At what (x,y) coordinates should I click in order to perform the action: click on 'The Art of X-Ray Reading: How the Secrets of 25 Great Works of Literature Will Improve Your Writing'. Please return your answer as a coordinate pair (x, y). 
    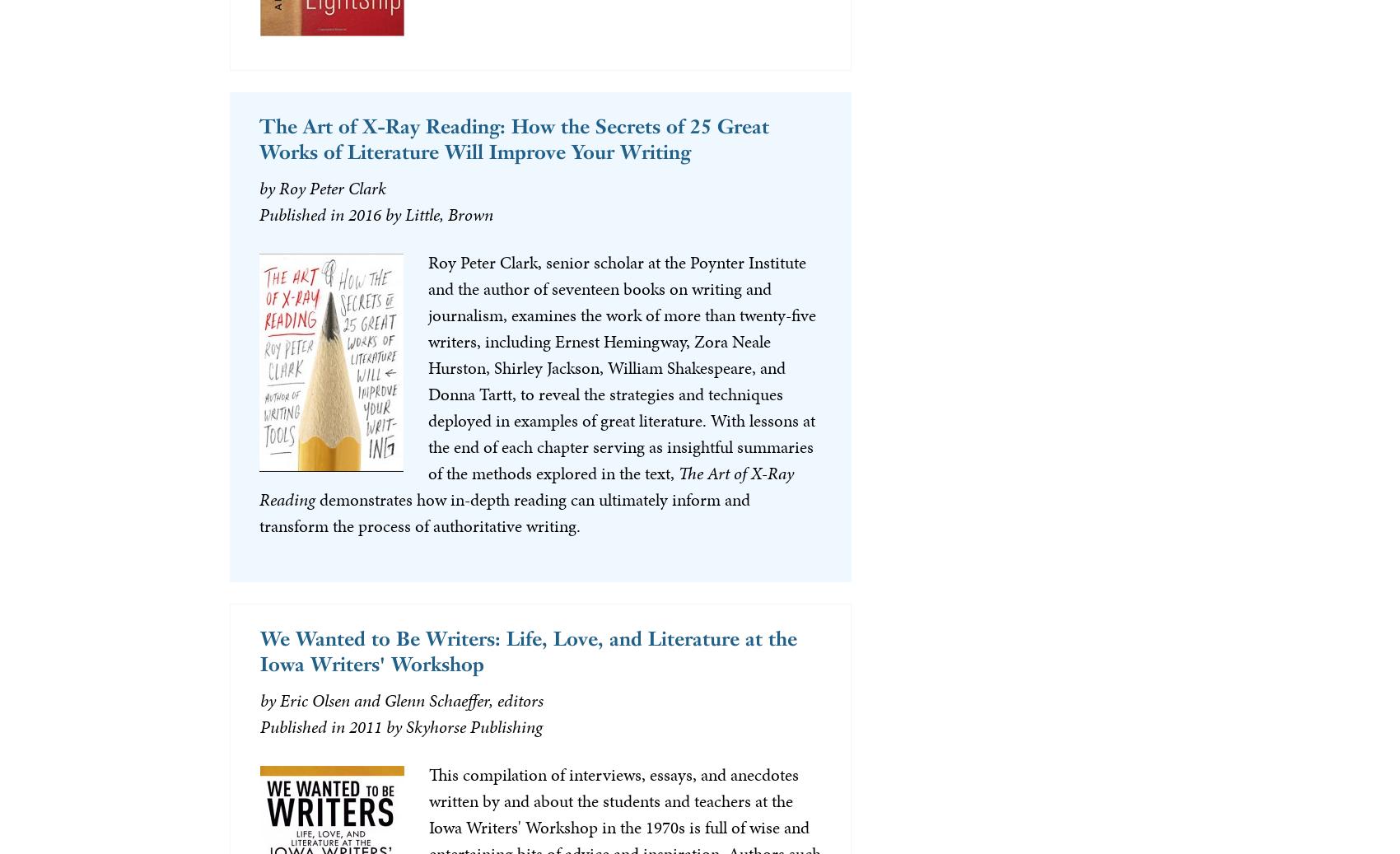
    Looking at the image, I should click on (512, 137).